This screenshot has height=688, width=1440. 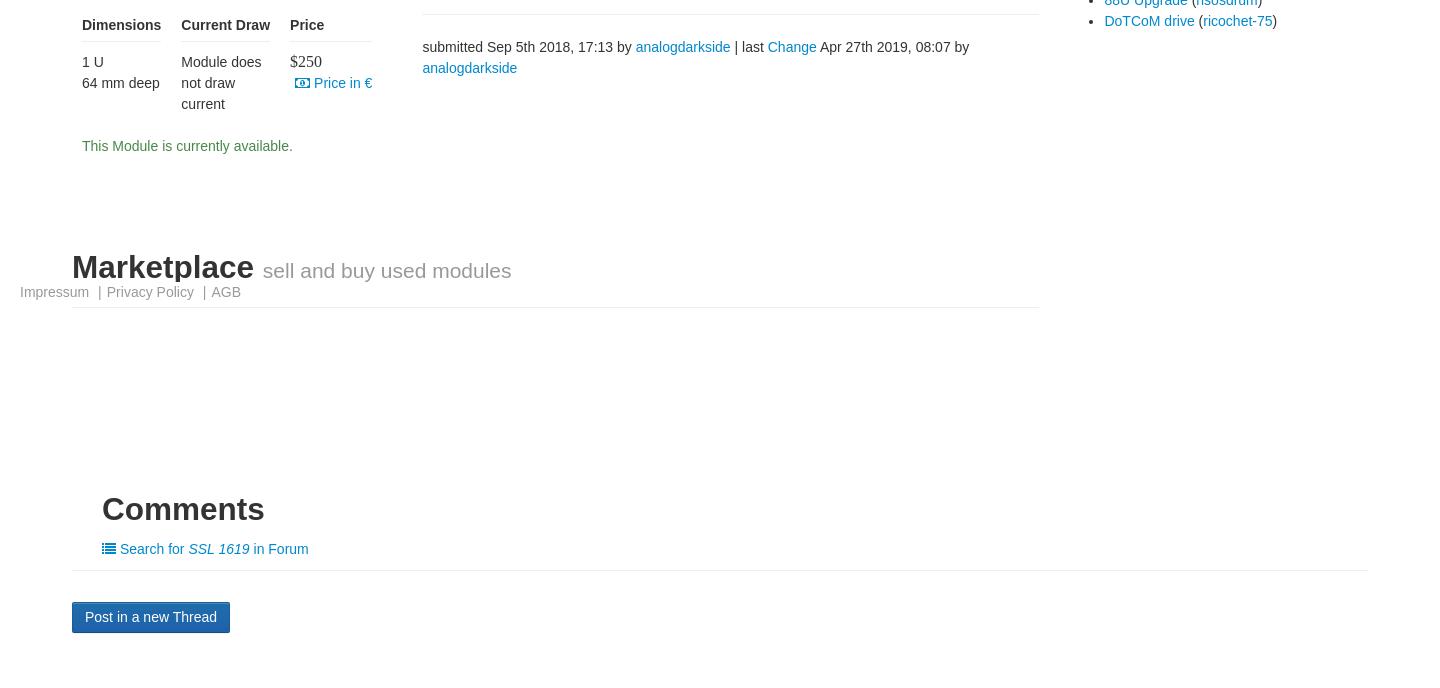 What do you see at coordinates (221, 82) in the screenshot?
I see `'Module does not draw current'` at bounding box center [221, 82].